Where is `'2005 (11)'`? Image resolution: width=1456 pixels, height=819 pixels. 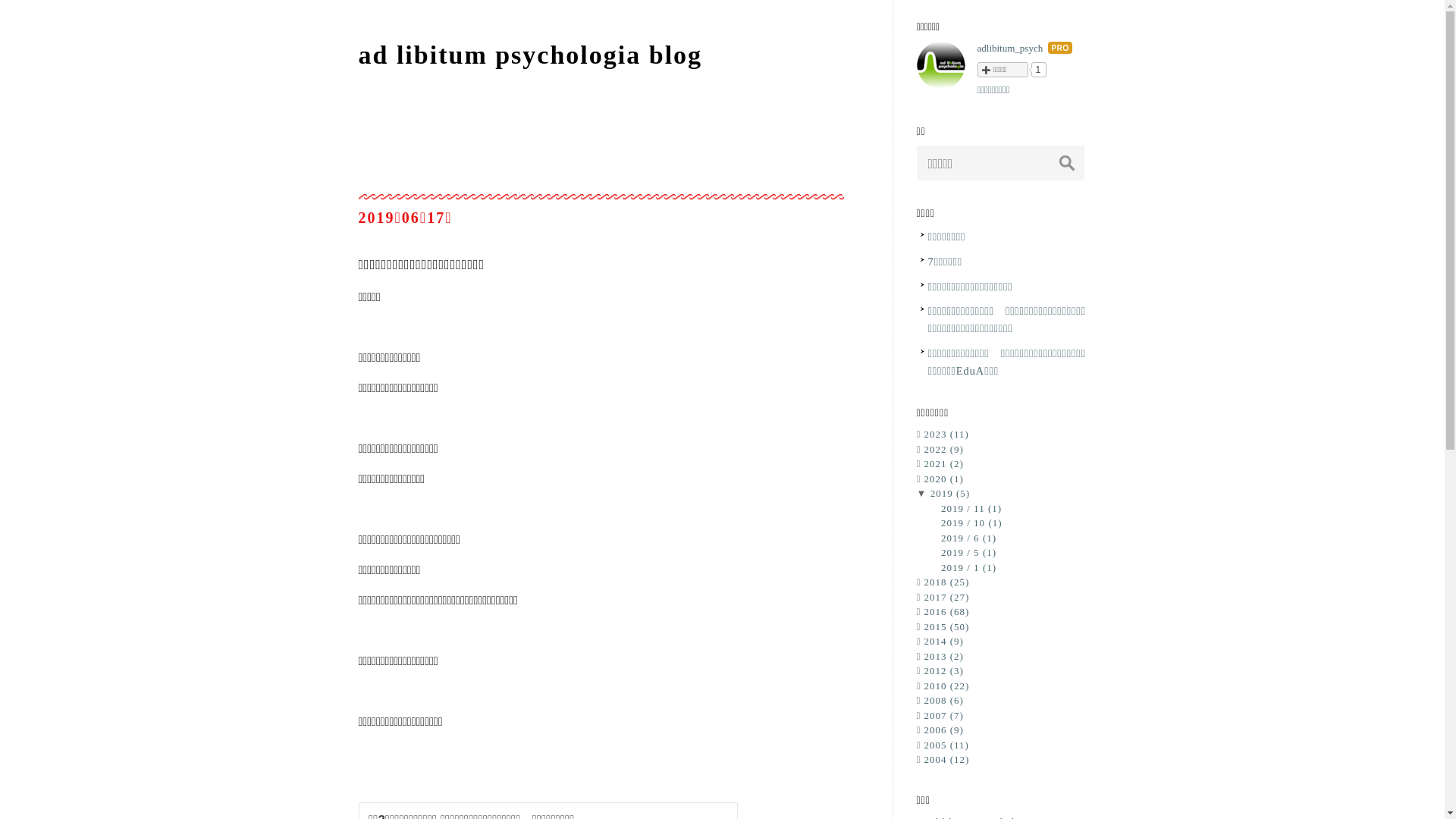 '2005 (11)' is located at coordinates (945, 744).